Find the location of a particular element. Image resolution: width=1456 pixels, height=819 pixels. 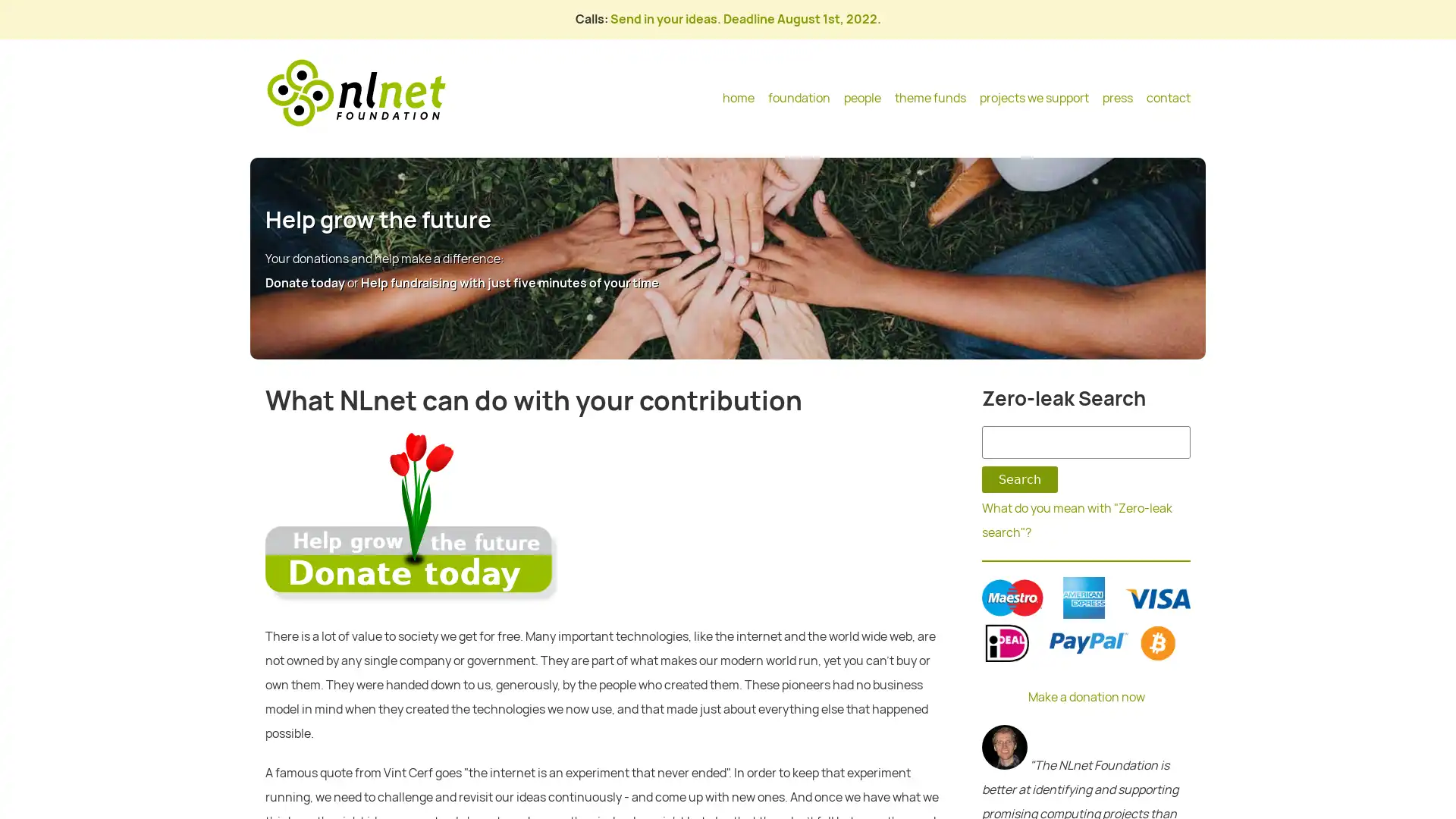

Search is located at coordinates (1019, 479).